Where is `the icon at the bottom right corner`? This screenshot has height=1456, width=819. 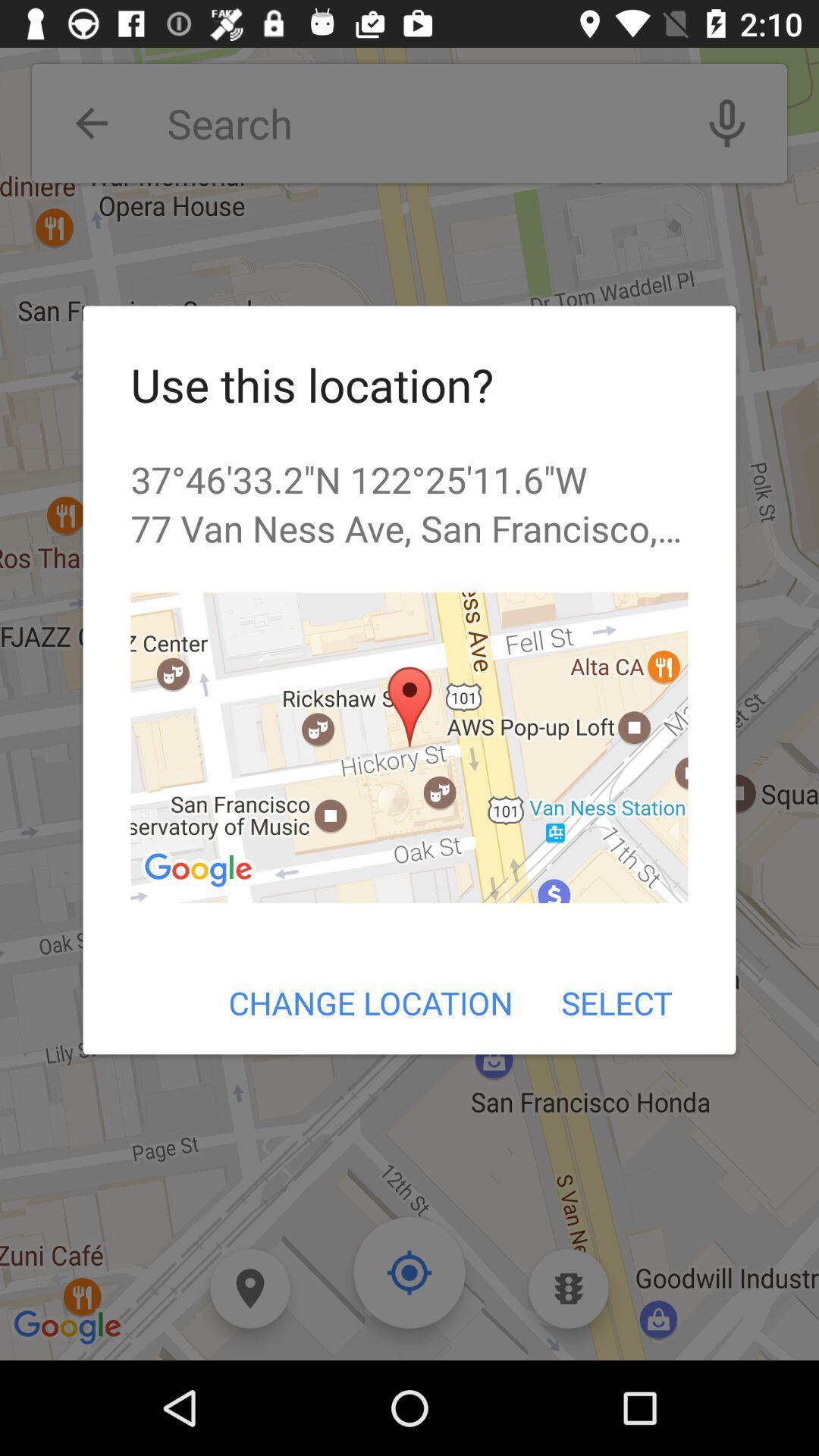 the icon at the bottom right corner is located at coordinates (617, 1003).